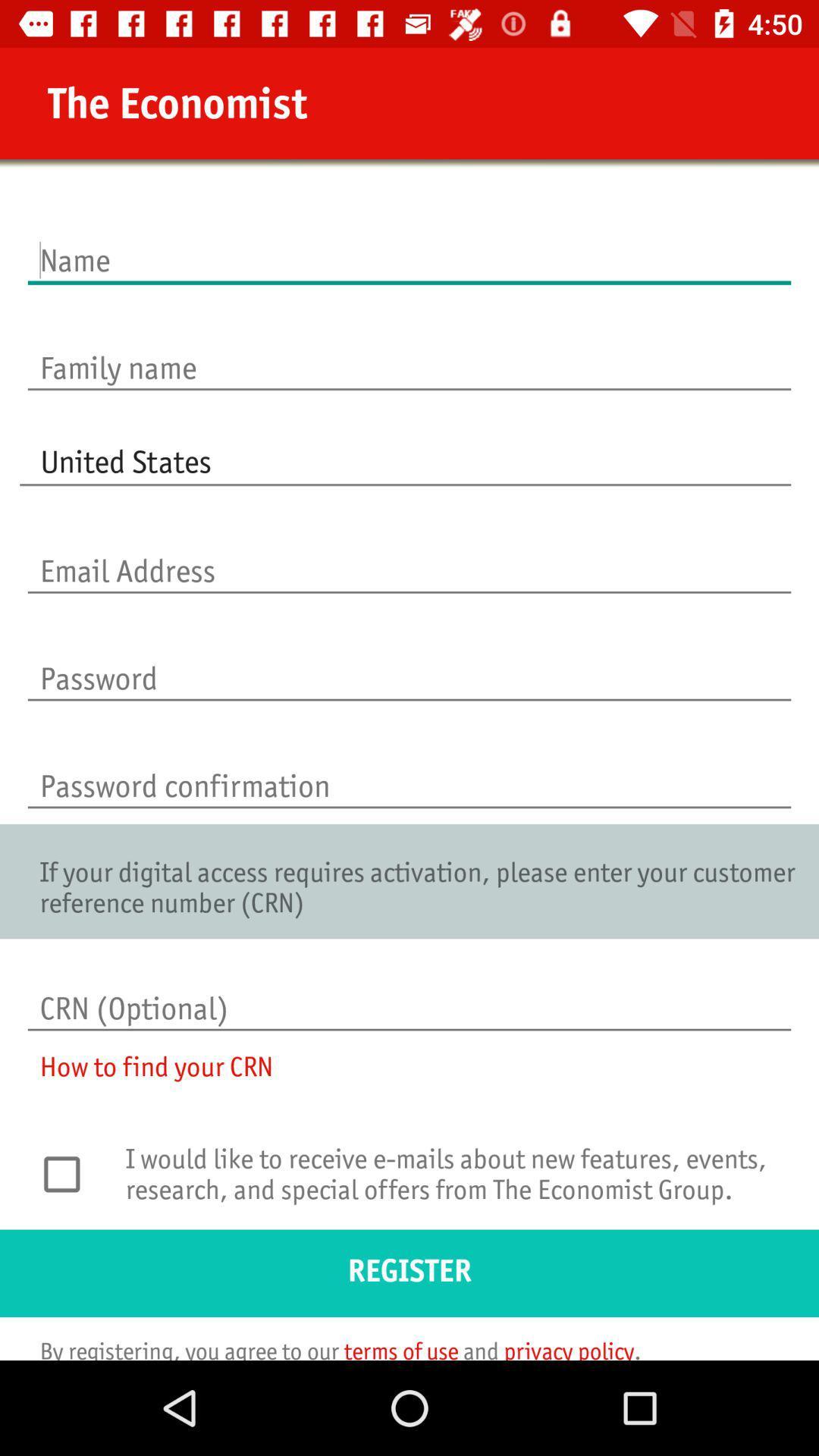  I want to click on first name, so click(409, 244).